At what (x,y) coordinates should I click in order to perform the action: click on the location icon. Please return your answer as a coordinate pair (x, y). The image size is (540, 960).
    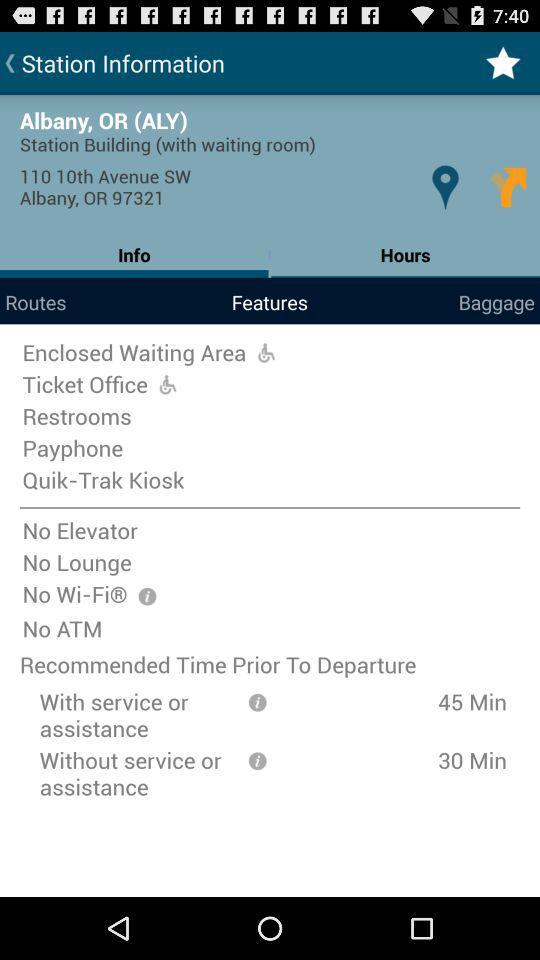
    Looking at the image, I should click on (445, 200).